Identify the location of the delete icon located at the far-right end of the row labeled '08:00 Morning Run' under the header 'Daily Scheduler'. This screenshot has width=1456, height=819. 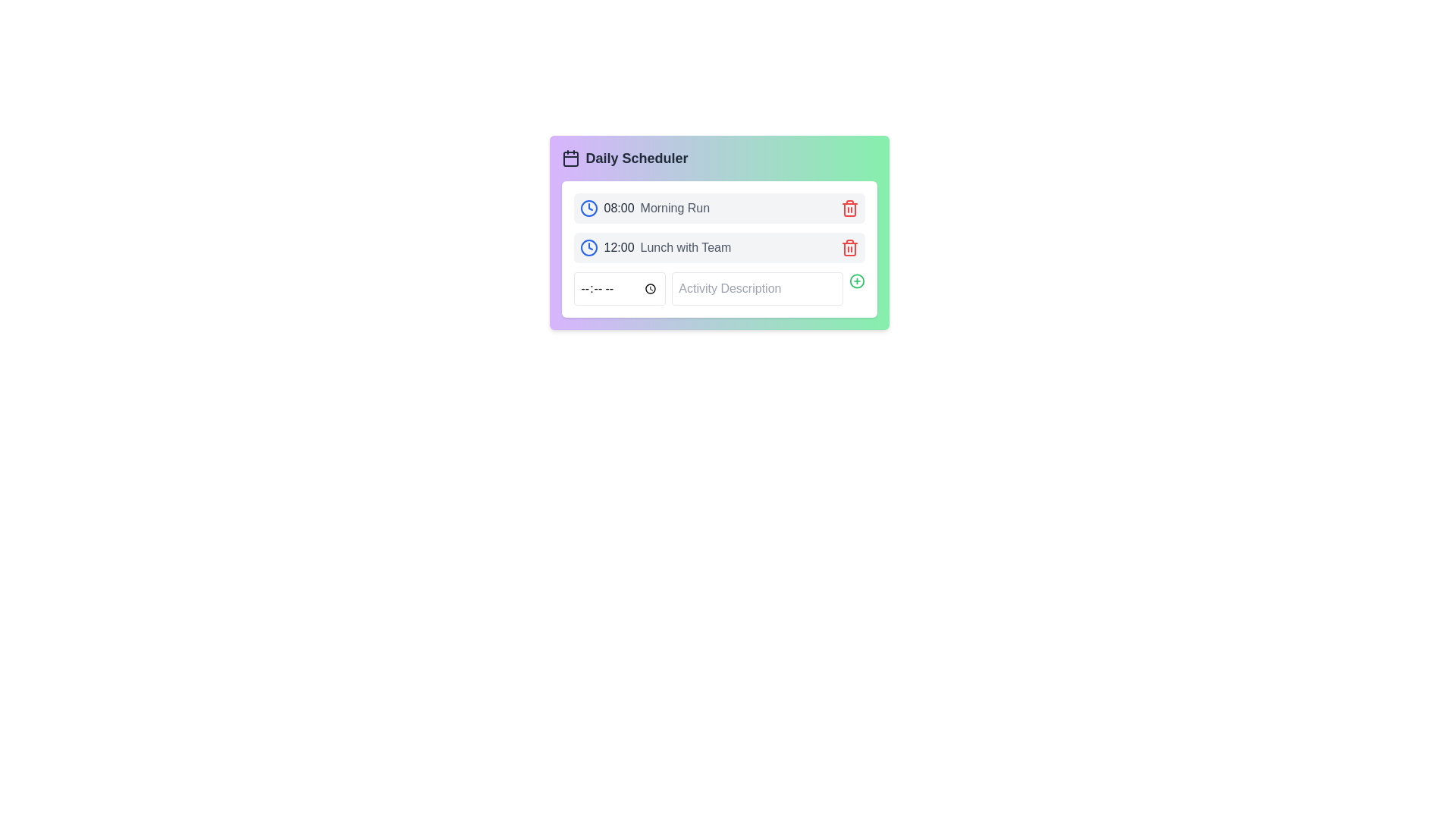
(849, 208).